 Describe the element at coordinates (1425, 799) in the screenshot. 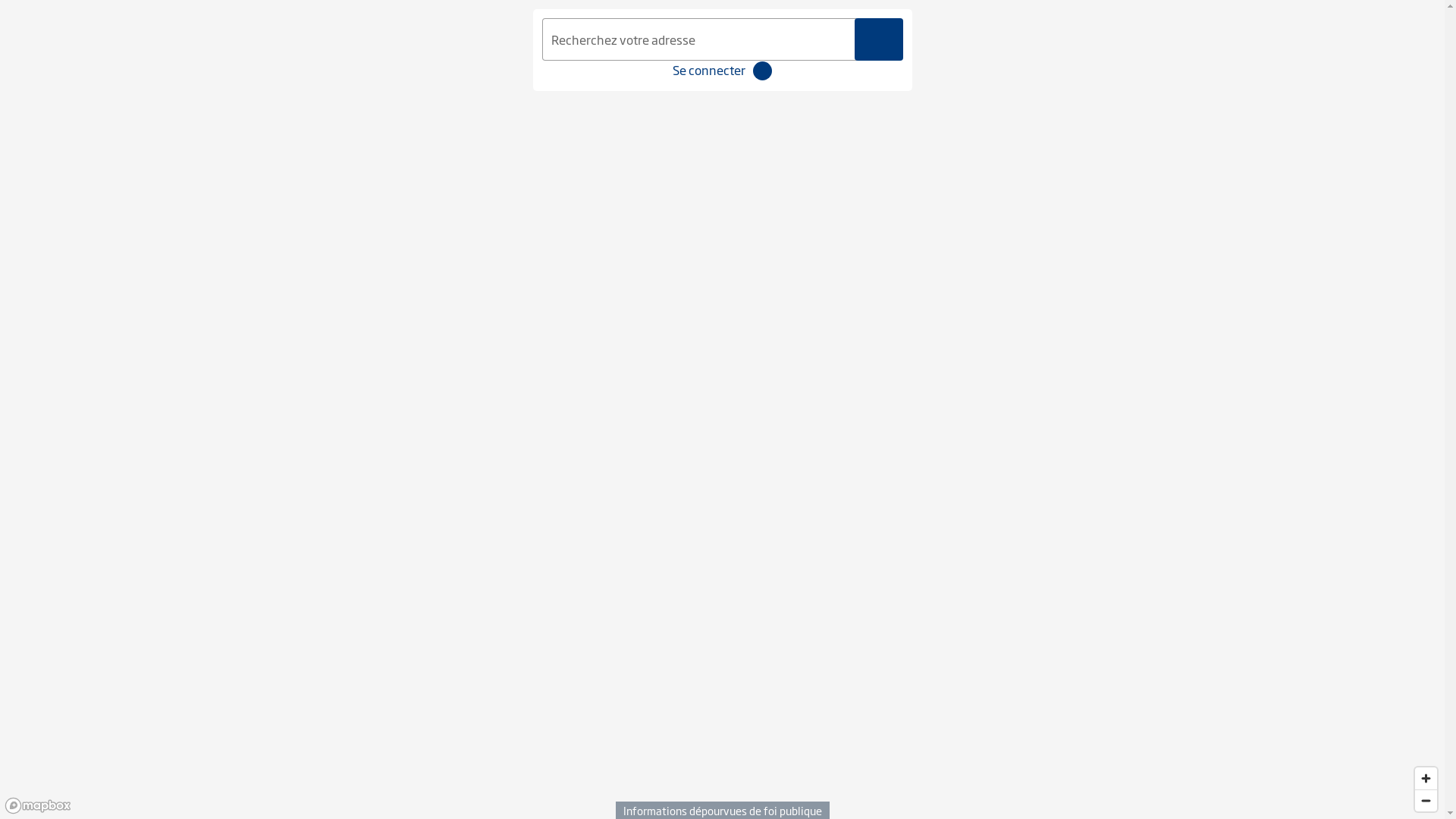

I see `'Zoom out'` at that location.